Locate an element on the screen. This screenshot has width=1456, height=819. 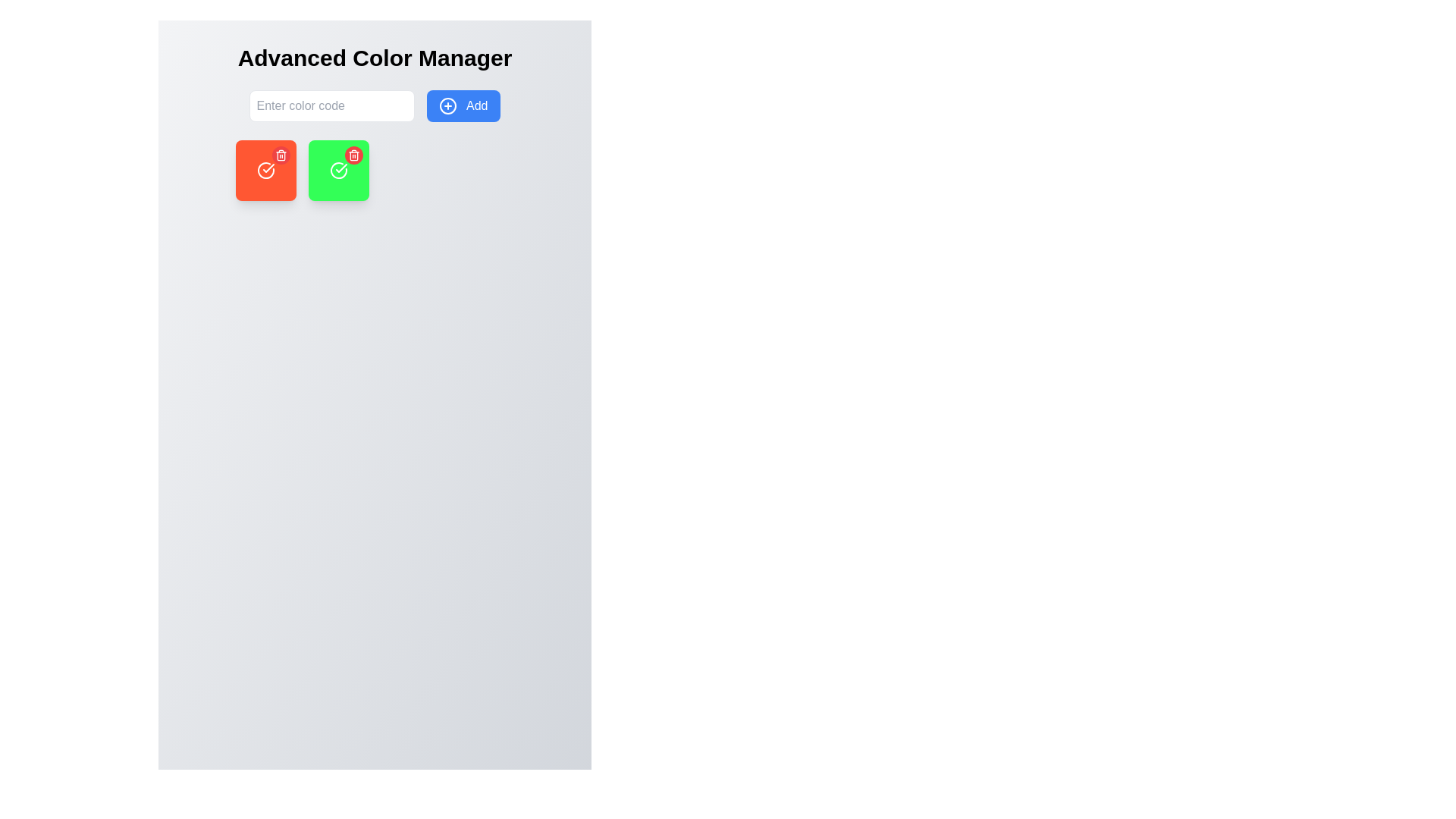
the icon that visually represents adding an item, which is positioned as the leftmost component within the blue 'Add' button is located at coordinates (447, 105).